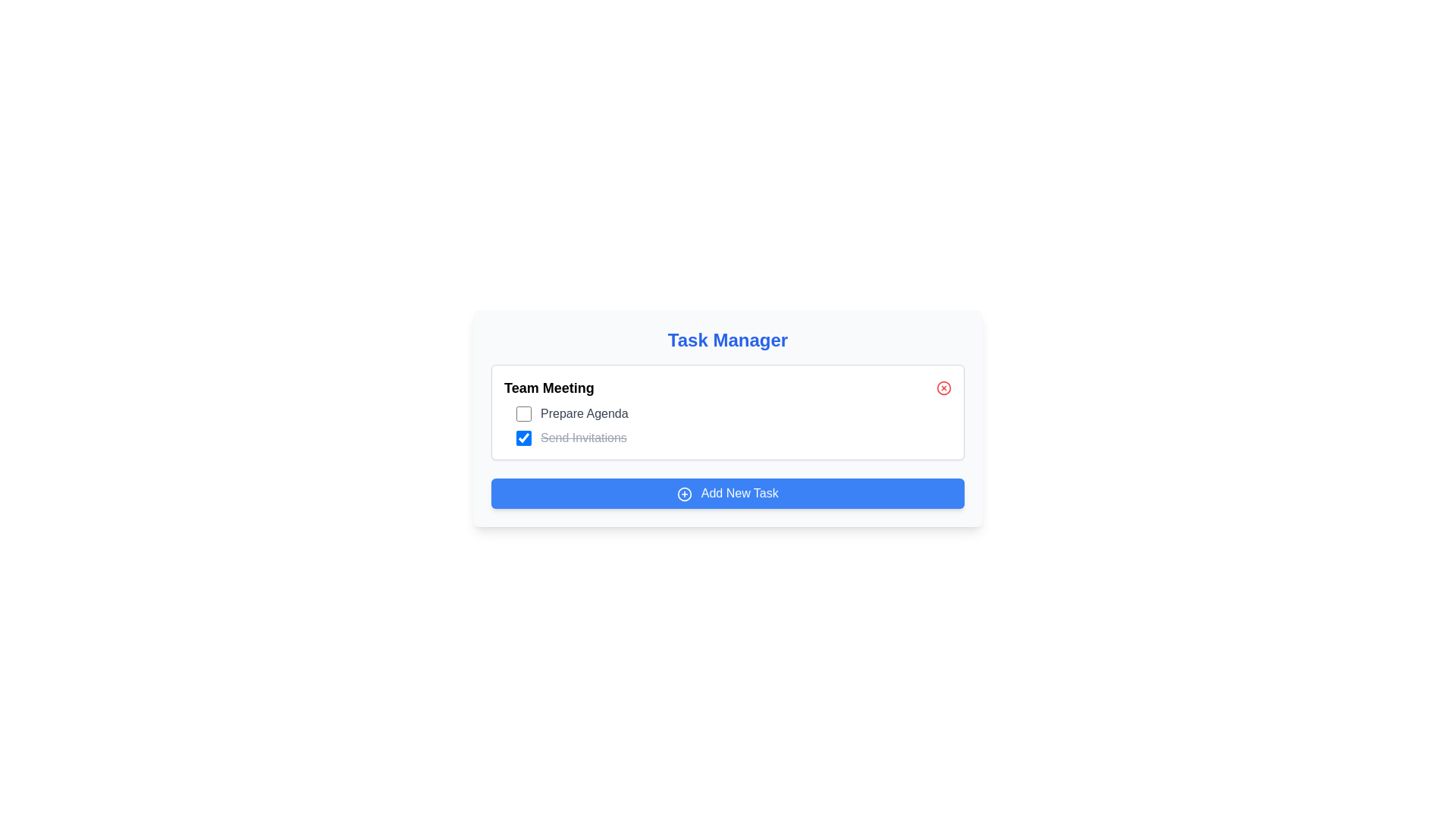 Image resolution: width=1456 pixels, height=819 pixels. I want to click on the small red circular button with an 'X' inside, located at the far-right side of the 'Team Meeting' section header, to observe the color change, so click(943, 388).